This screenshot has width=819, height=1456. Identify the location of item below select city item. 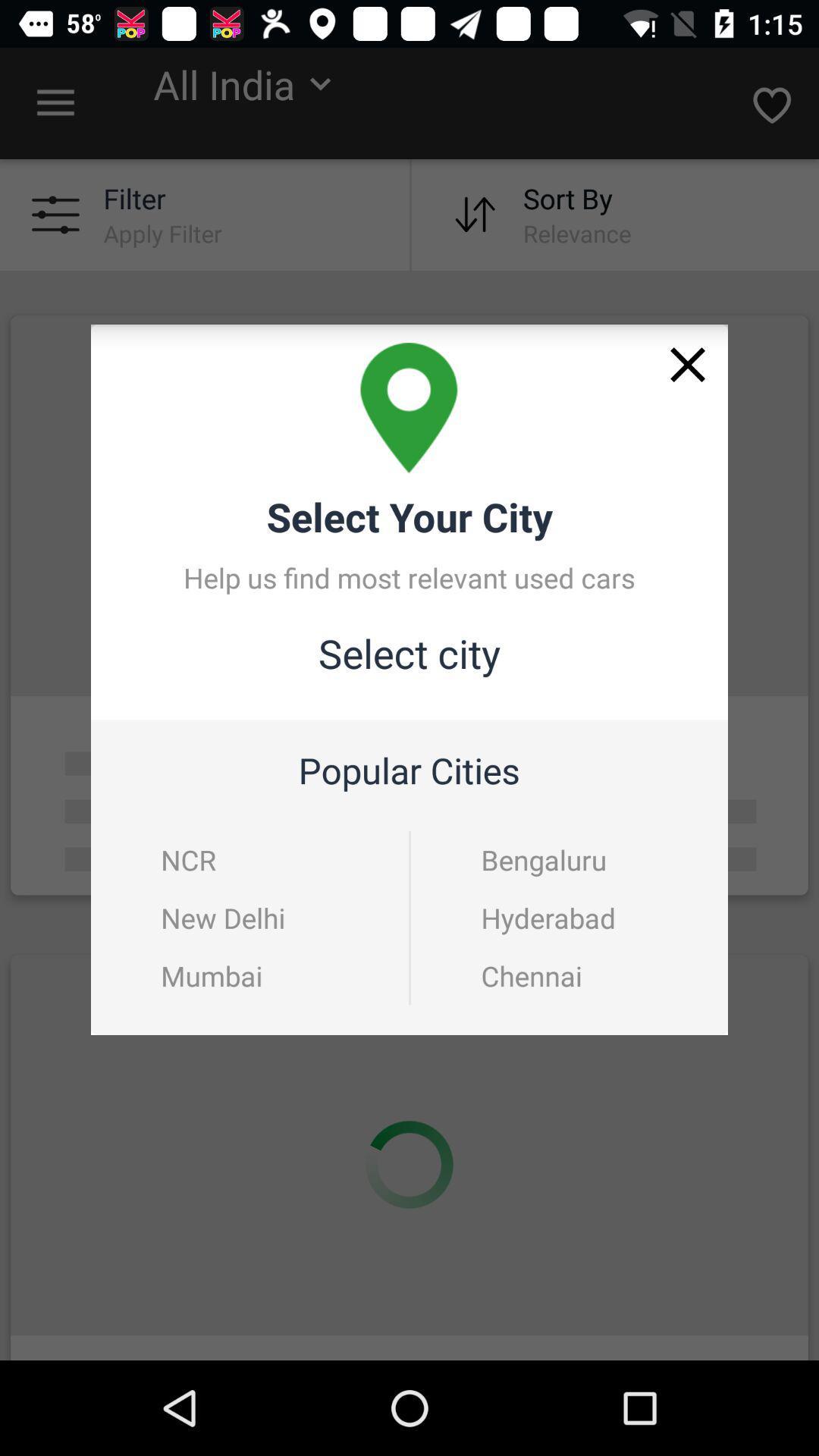
(187, 859).